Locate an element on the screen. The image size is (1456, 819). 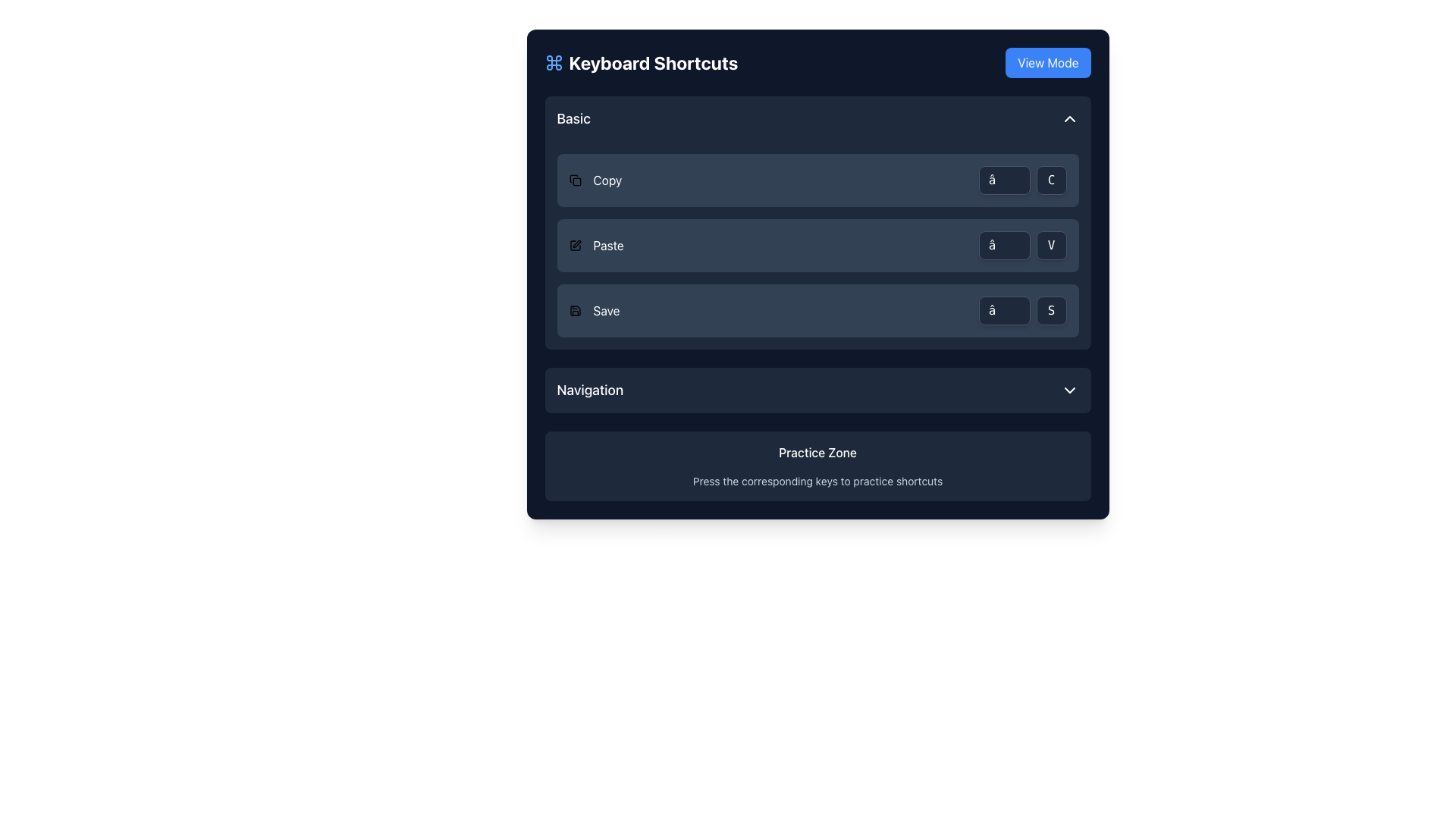
the 'Save' button, which displays white text and a floppy disk icon, located under the 'Basic' section of the 'Keyboard Shortcuts' interface is located at coordinates (593, 309).